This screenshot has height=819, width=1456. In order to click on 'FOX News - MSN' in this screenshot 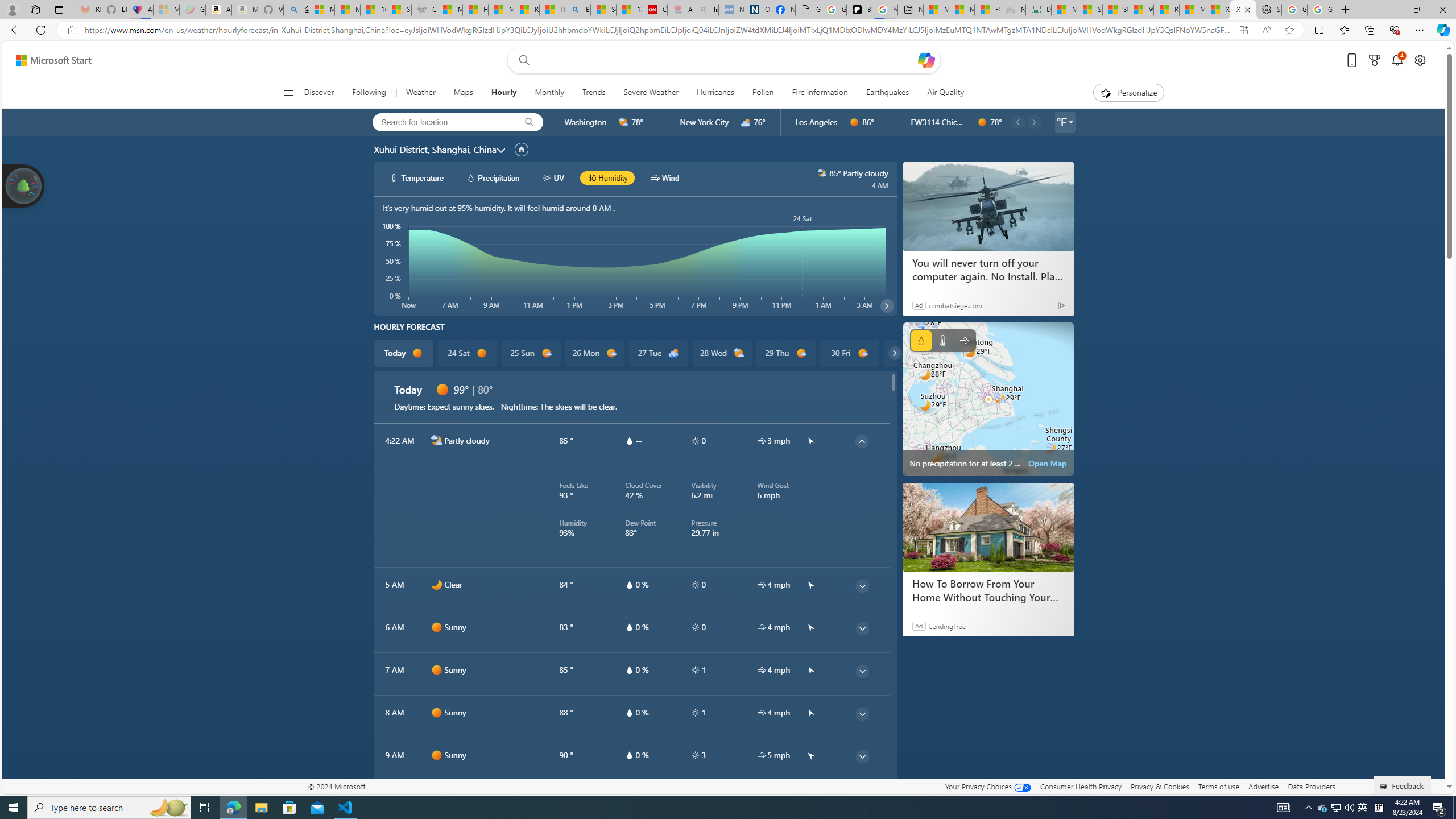, I will do `click(986, 9)`.